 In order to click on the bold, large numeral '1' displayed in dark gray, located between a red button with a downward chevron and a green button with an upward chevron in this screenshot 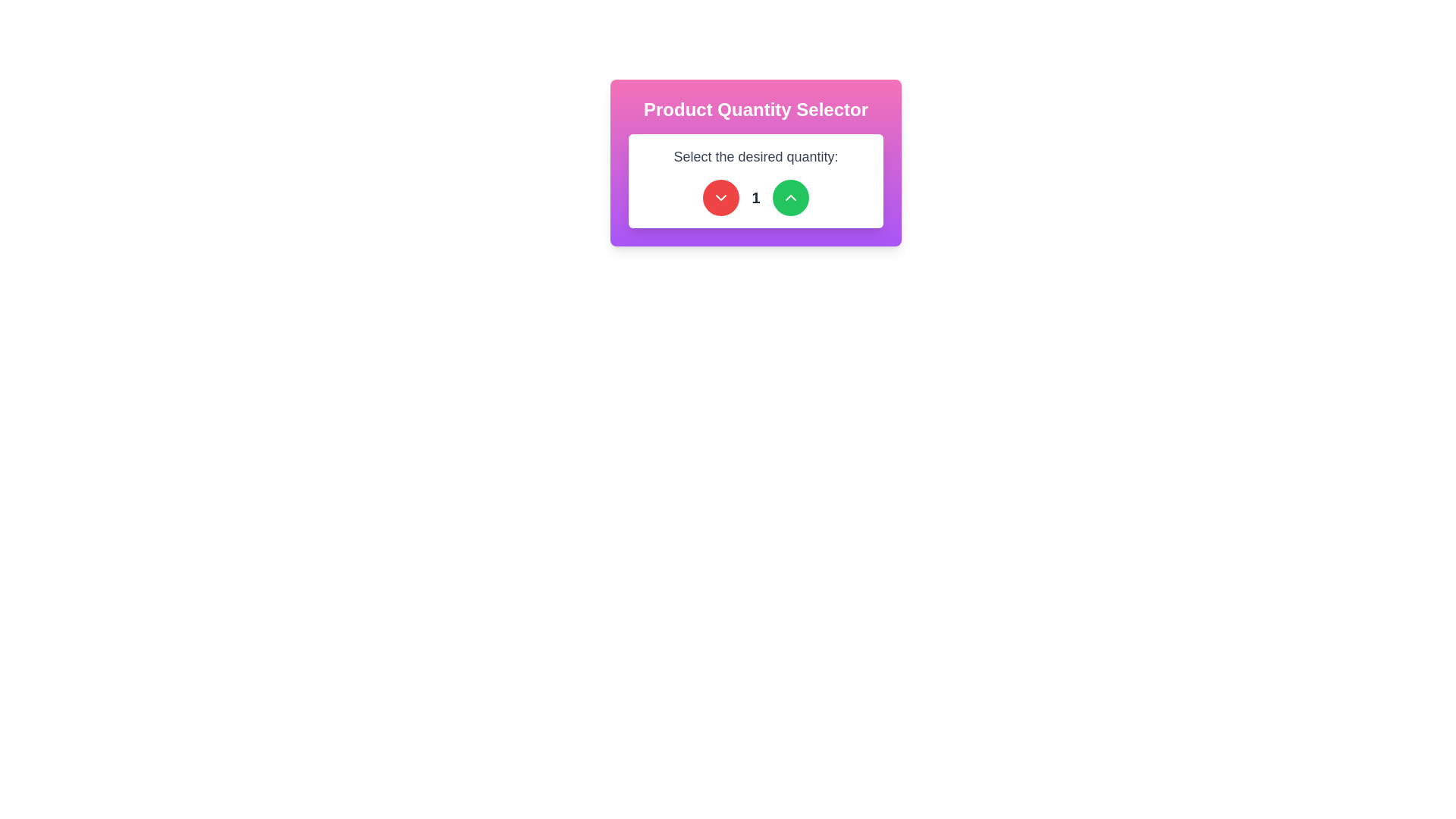, I will do `click(756, 197)`.